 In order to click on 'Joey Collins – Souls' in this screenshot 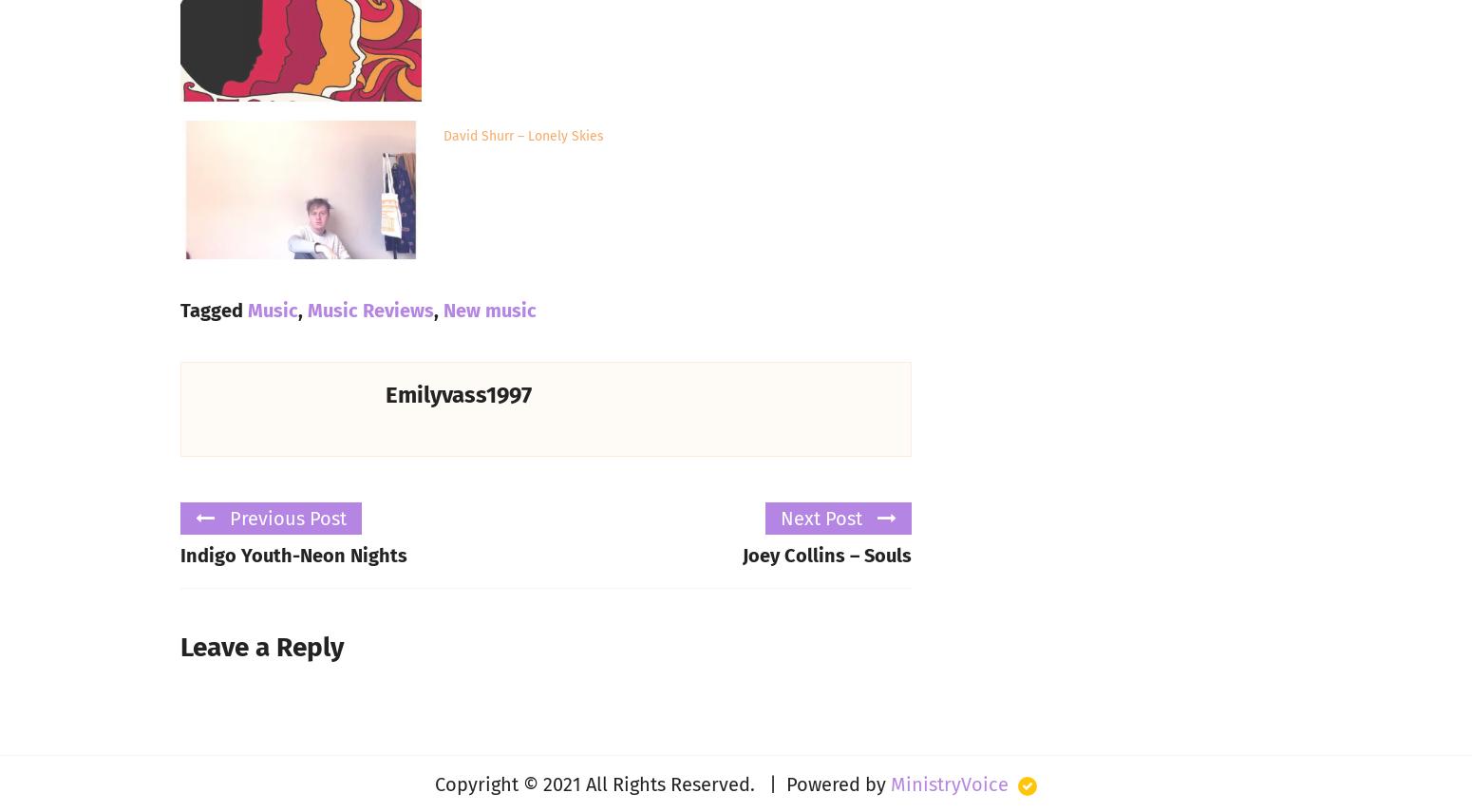, I will do `click(826, 554)`.